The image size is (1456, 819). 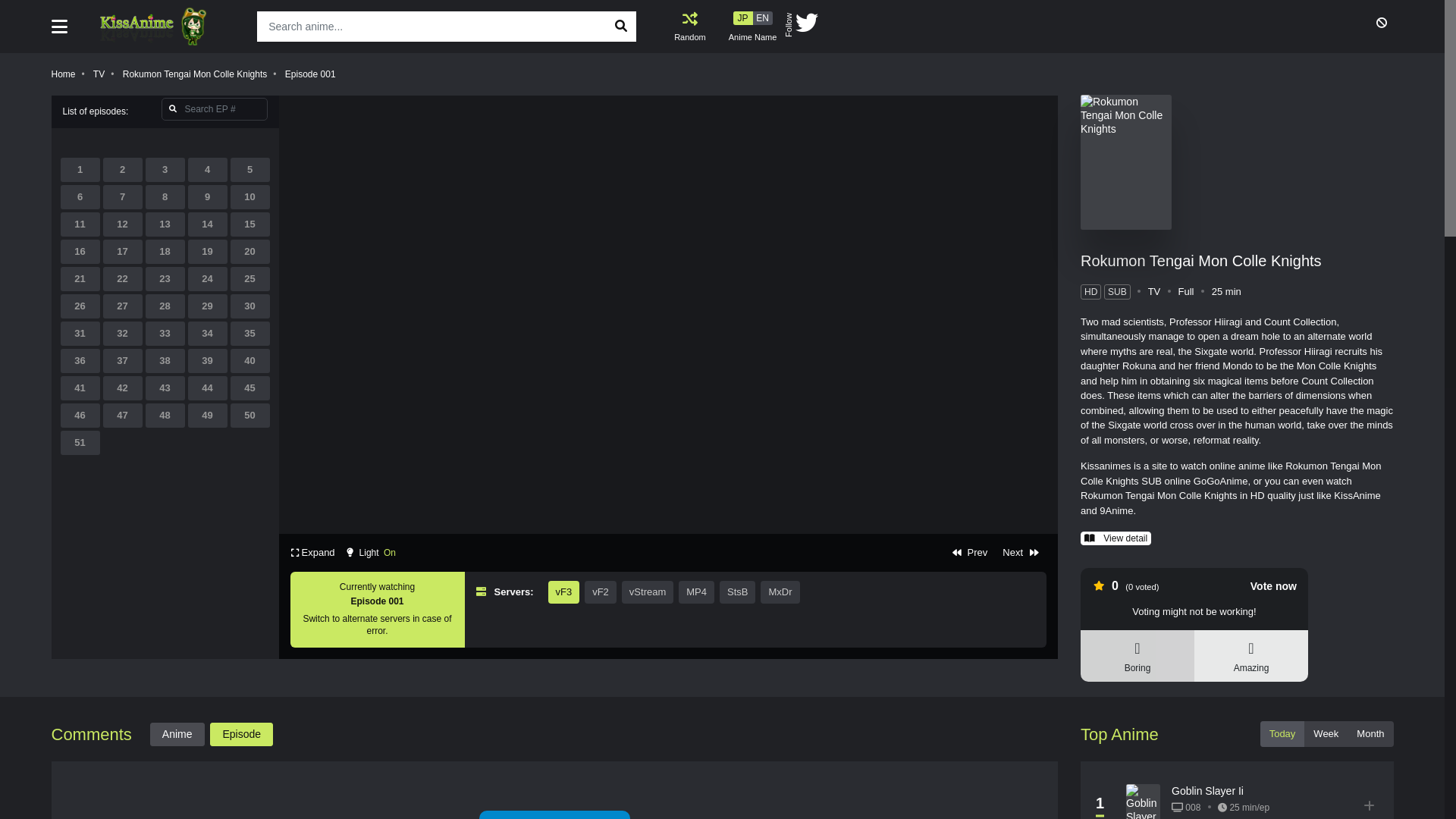 I want to click on '5', so click(x=250, y=169).